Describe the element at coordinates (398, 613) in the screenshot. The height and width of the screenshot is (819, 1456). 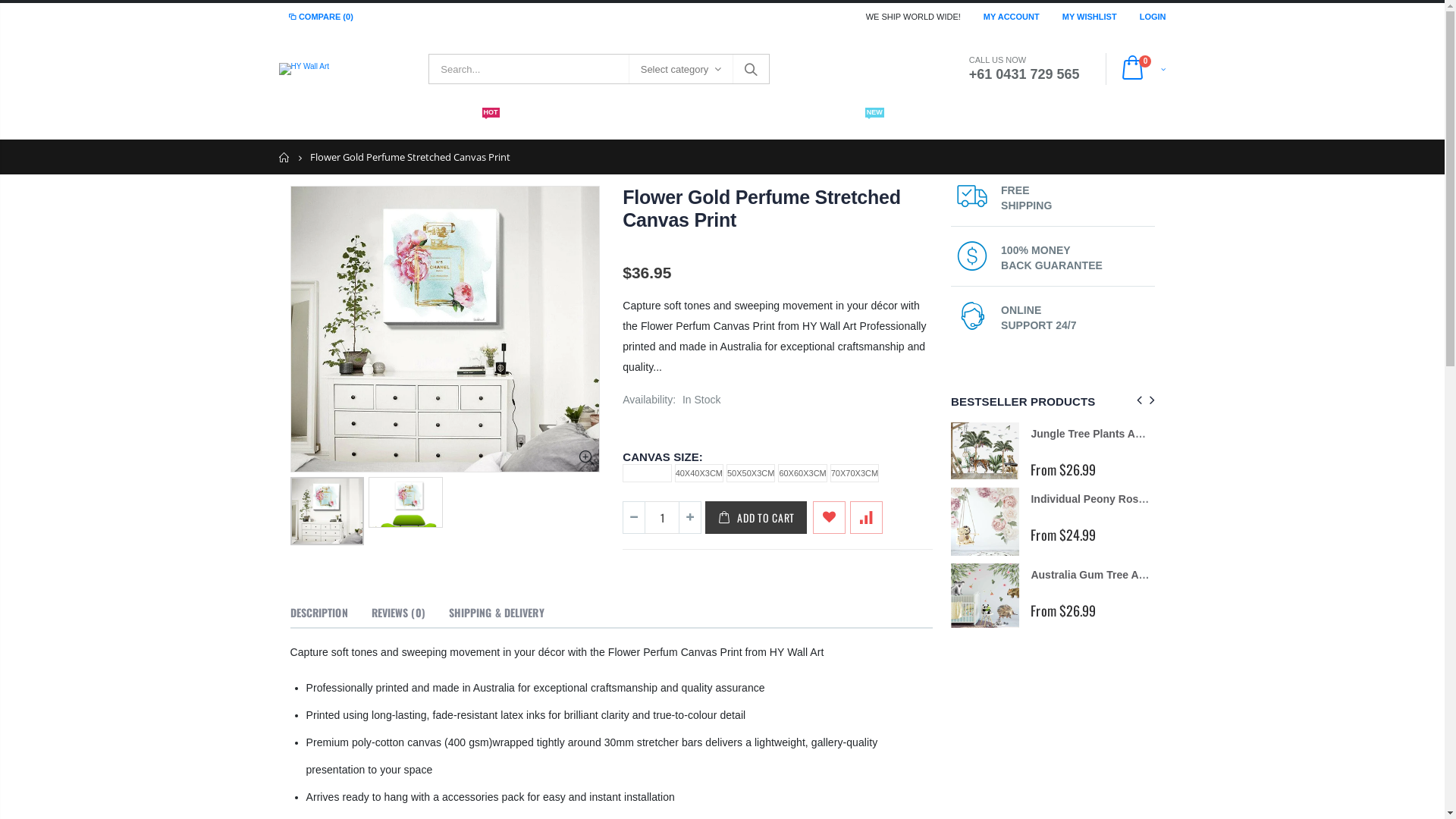
I see `'REVIEWS (0)'` at that location.